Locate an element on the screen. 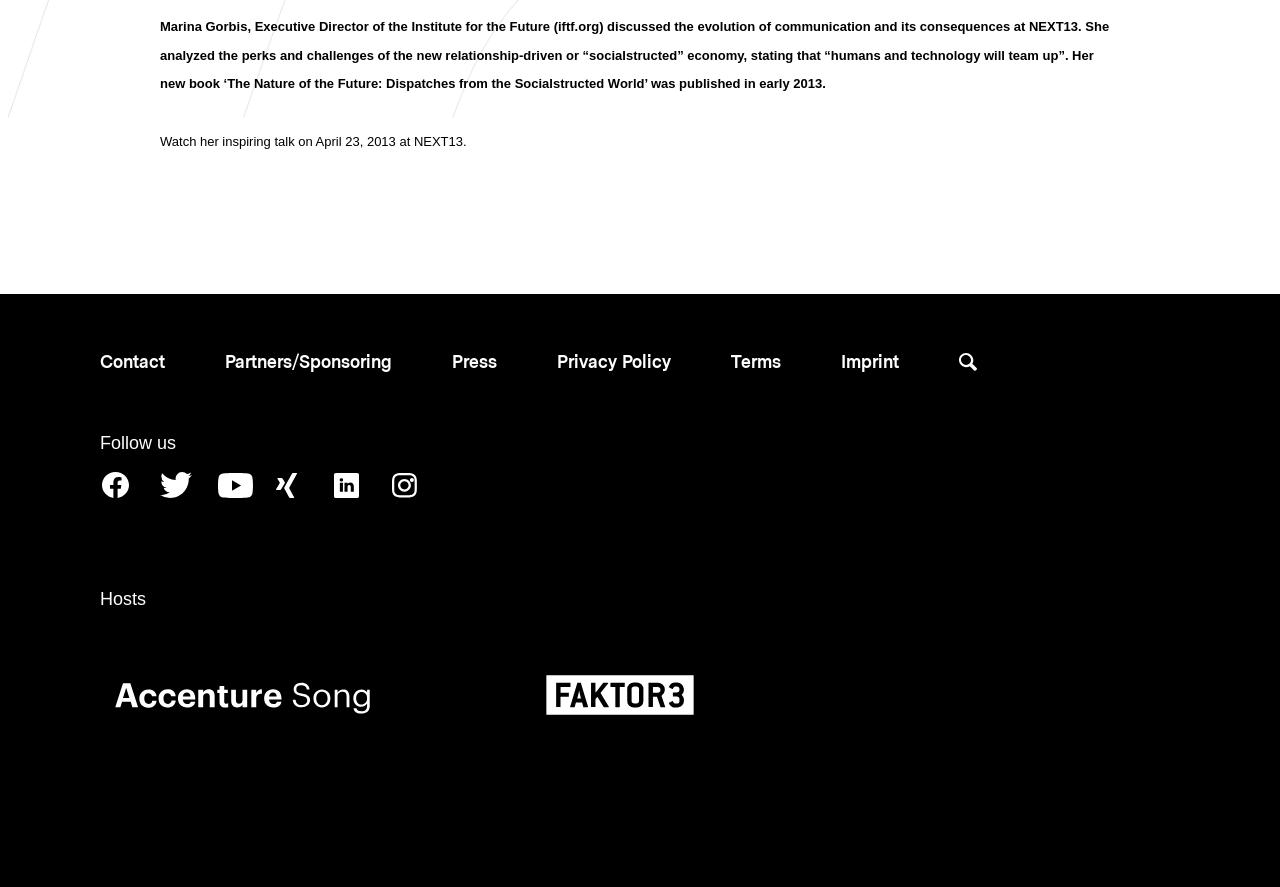 The width and height of the screenshot is (1280, 887). 'Privacy Policy' is located at coordinates (613, 359).